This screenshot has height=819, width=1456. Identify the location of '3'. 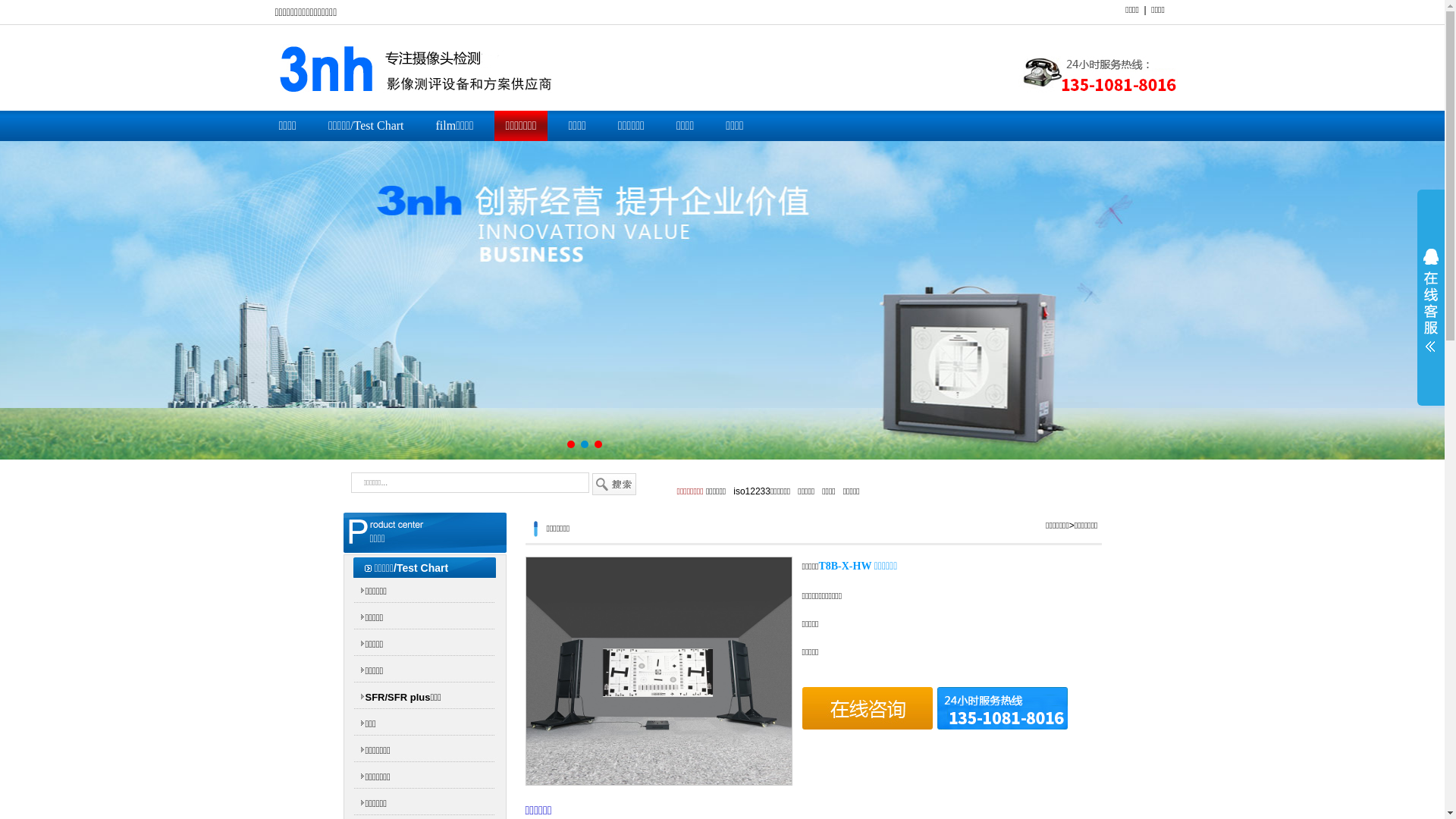
(597, 444).